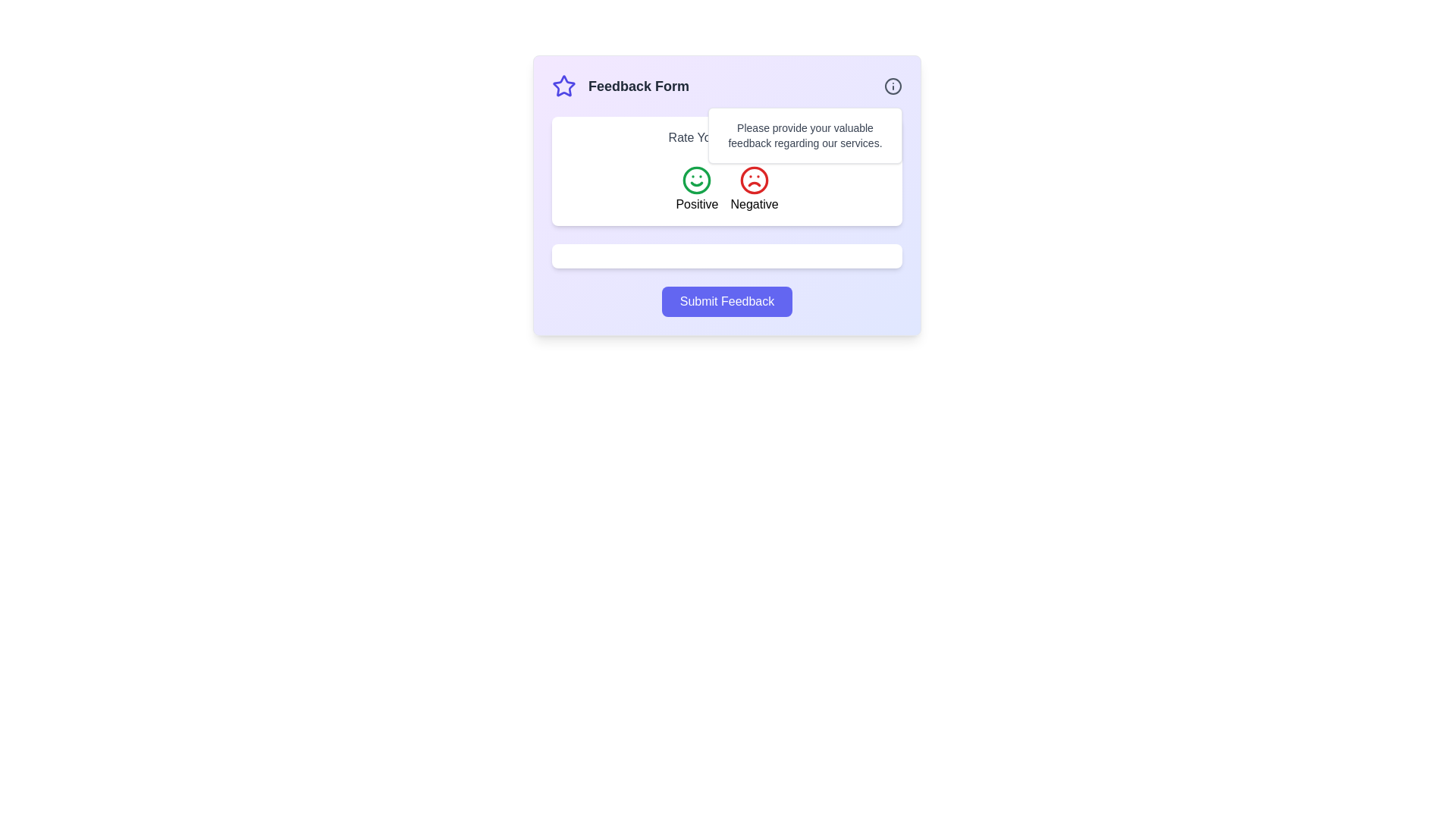 This screenshot has height=819, width=1456. Describe the element at coordinates (754, 180) in the screenshot. I see `the SVG Circle Shape that serves as a decorative part of the frowning face icon, positioned at the center of the icon to symbolize a negative response or rating` at that location.